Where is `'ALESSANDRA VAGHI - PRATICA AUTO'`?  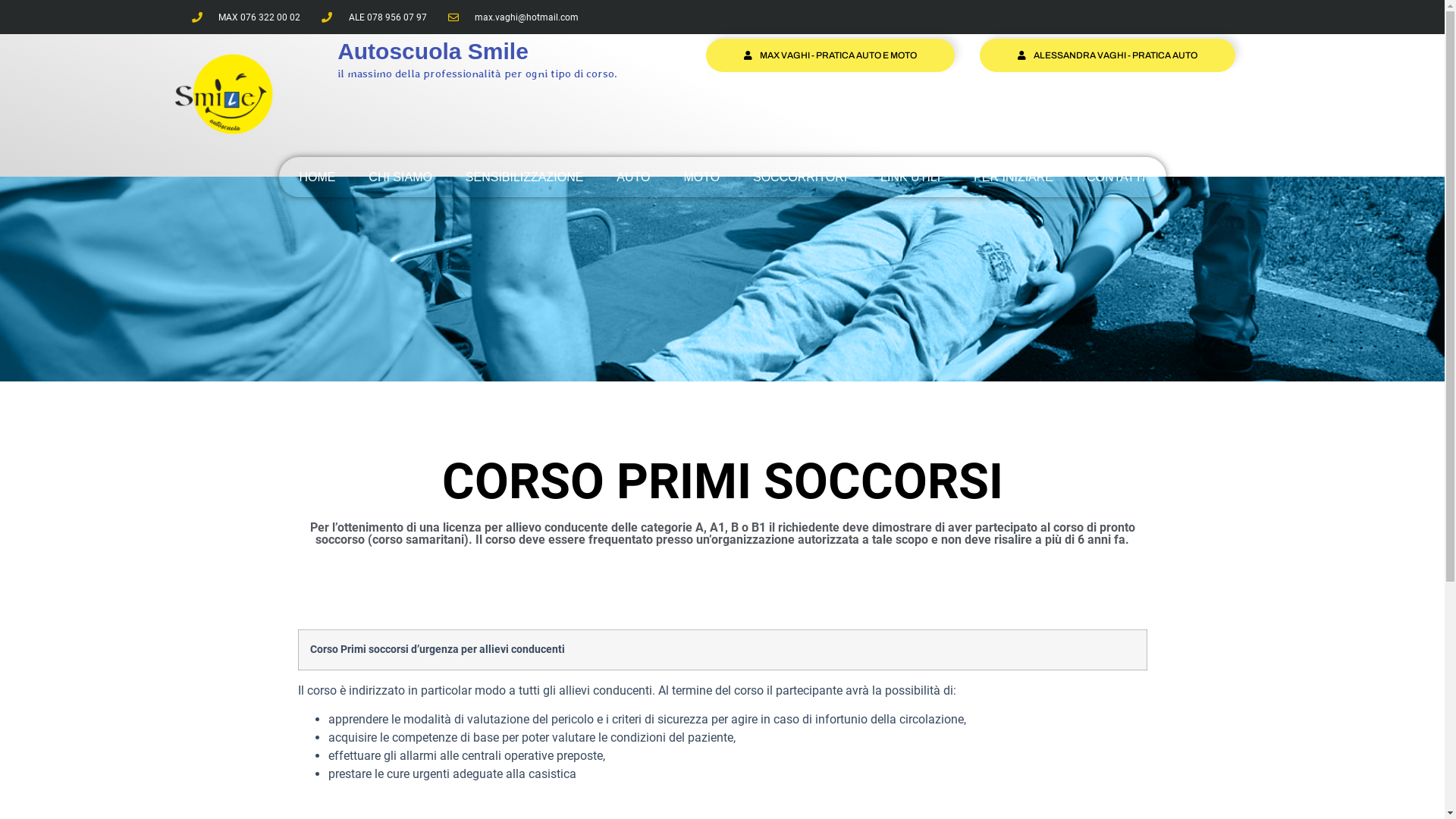
'ALESSANDRA VAGHI - PRATICA AUTO' is located at coordinates (1107, 55).